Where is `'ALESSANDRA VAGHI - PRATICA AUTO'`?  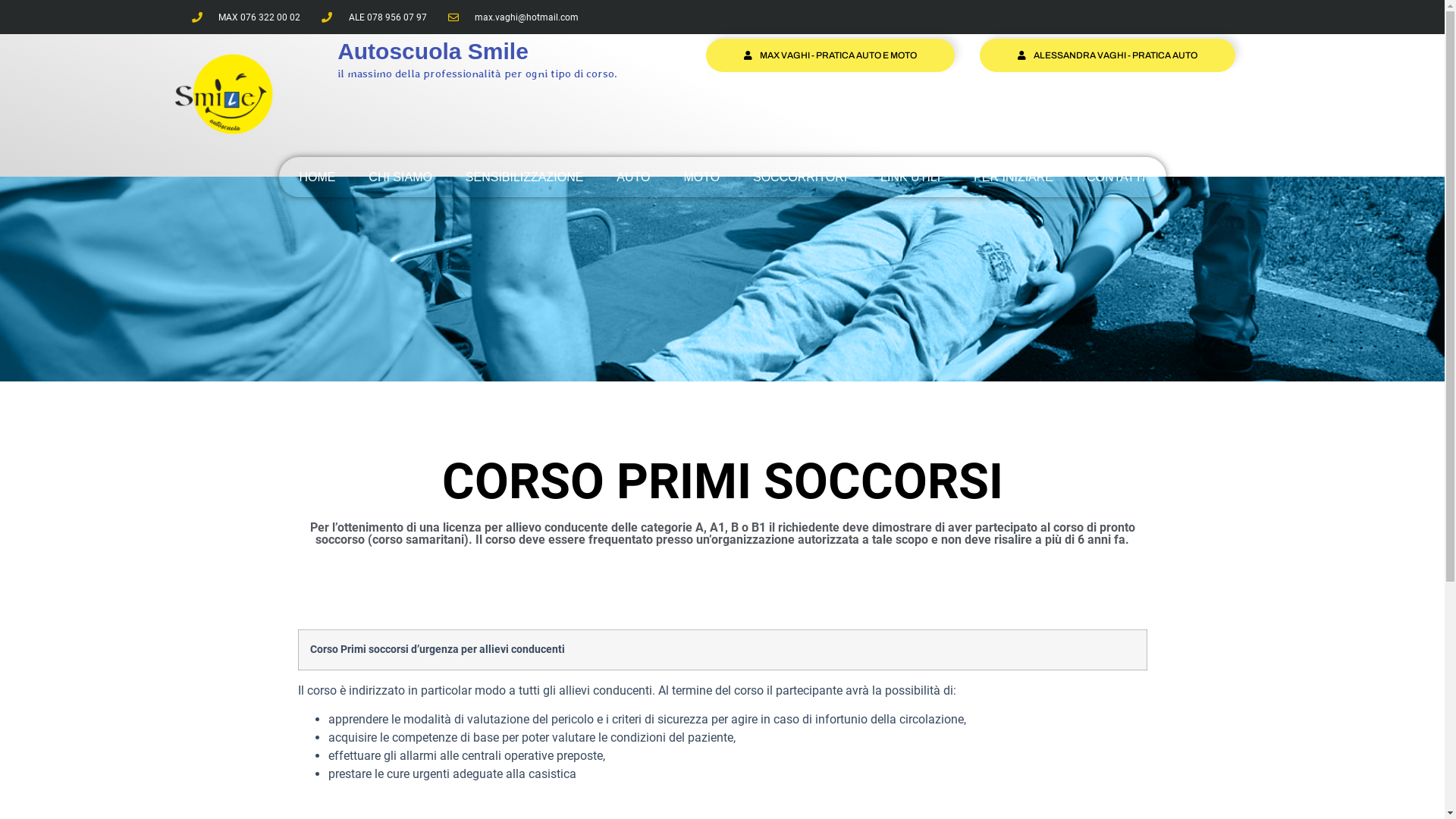
'ALESSANDRA VAGHI - PRATICA AUTO' is located at coordinates (1107, 55).